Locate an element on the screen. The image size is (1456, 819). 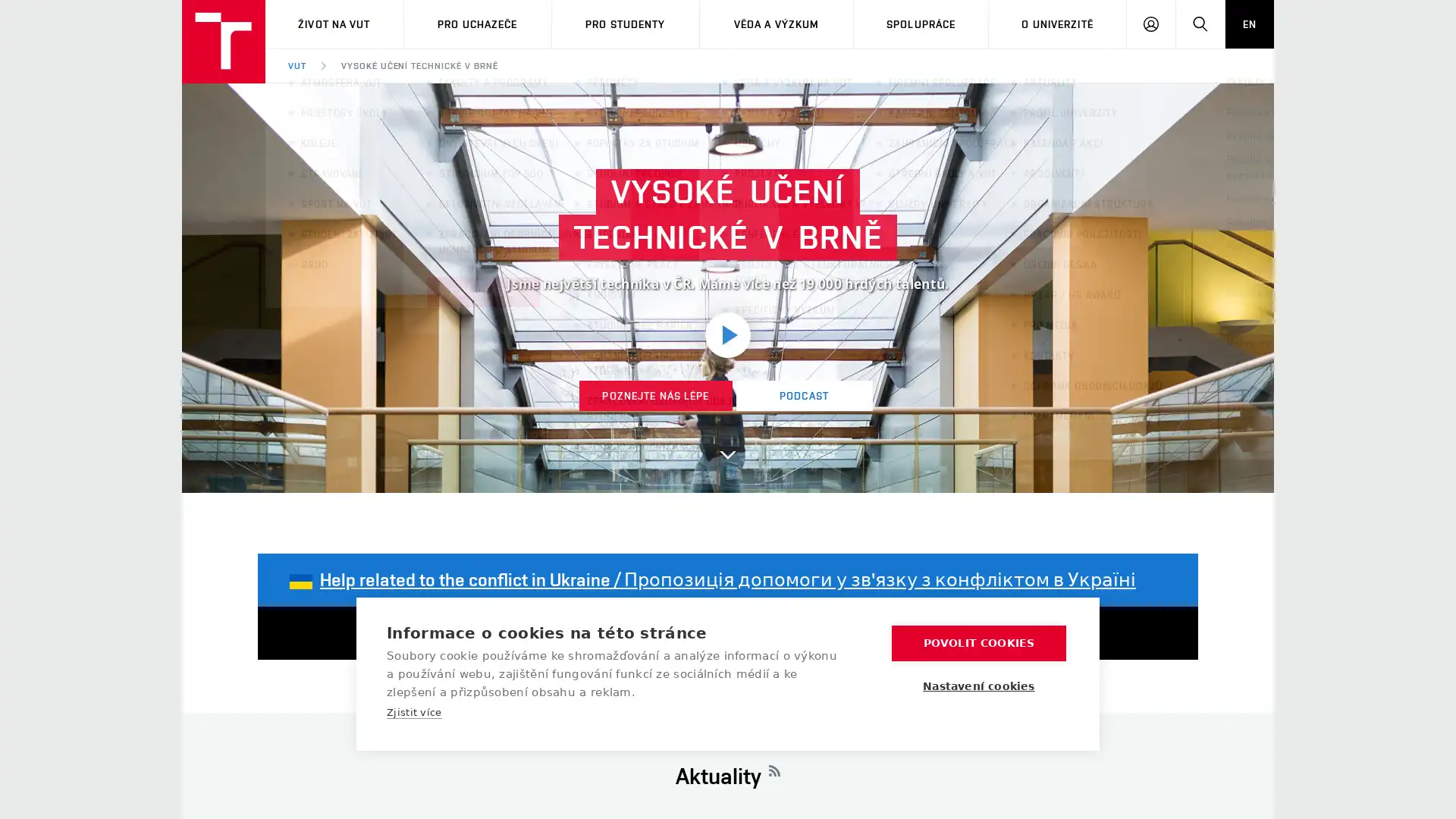
Nastaveni cookies is located at coordinates (979, 686).